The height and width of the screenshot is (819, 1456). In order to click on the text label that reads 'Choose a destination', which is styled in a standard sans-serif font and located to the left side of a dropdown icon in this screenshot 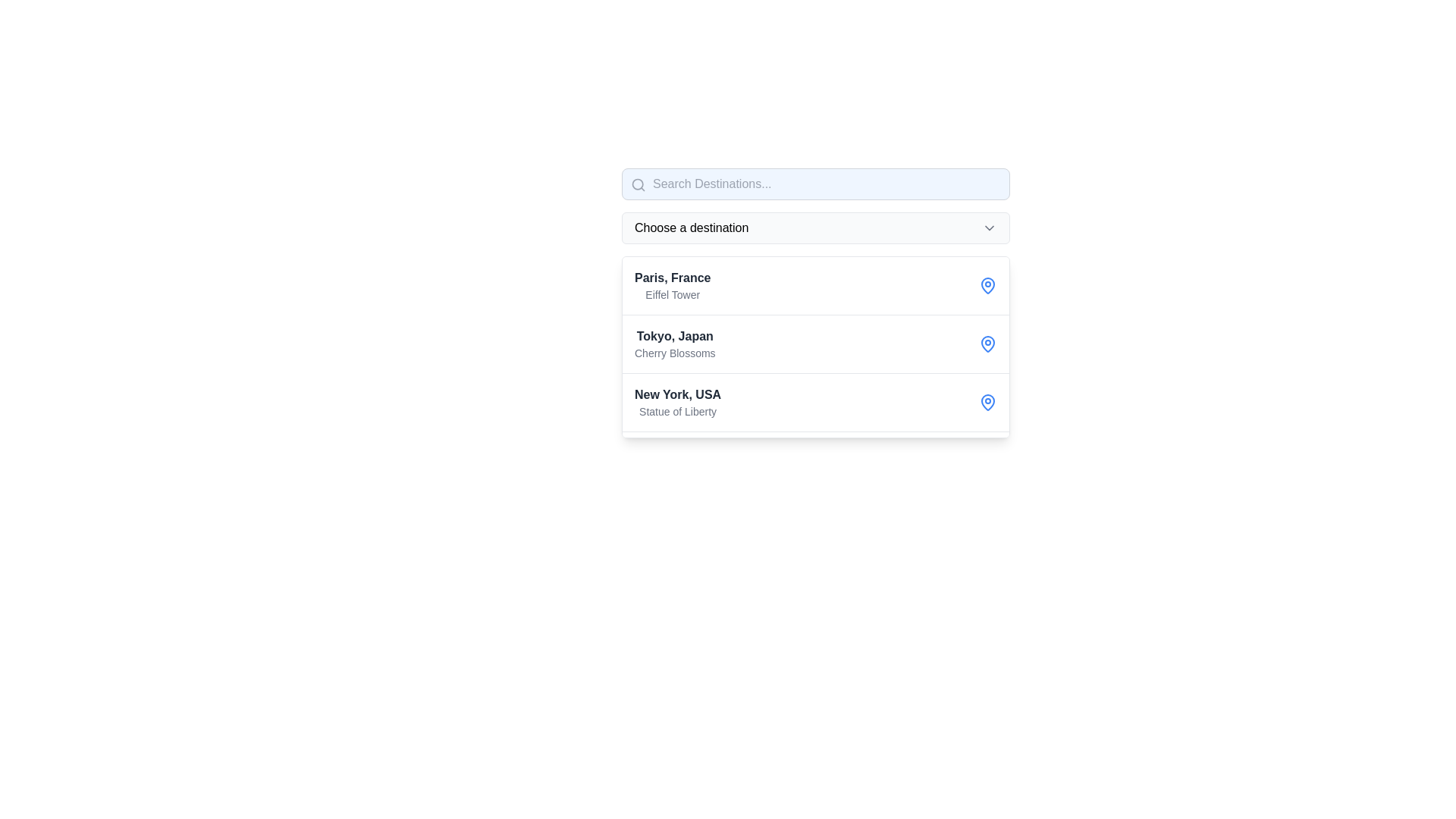, I will do `click(691, 227)`.